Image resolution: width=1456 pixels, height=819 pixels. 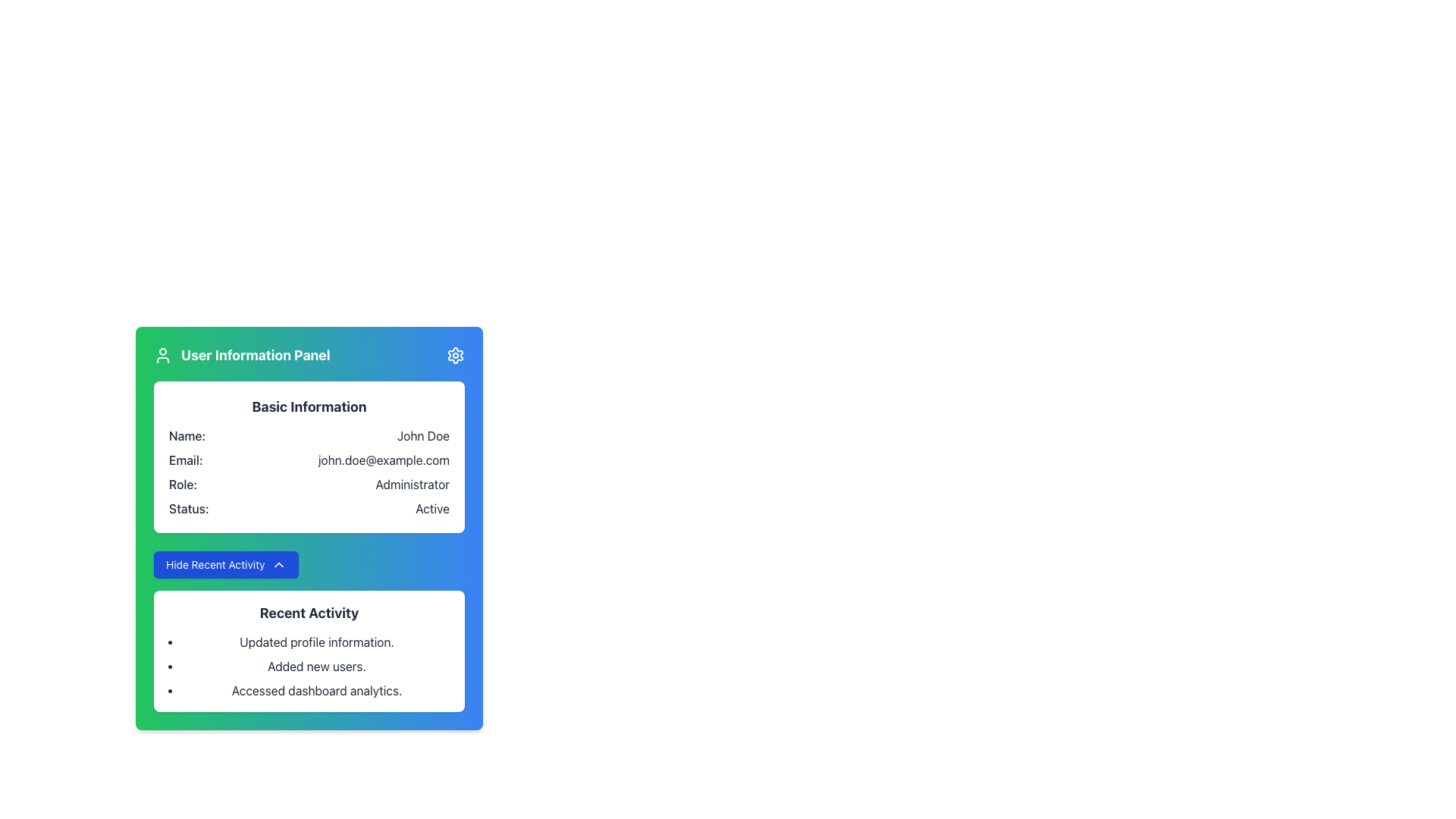 What do you see at coordinates (315, 690) in the screenshot?
I see `the text element that states 'Accessed dashboard analytics.' which is the third item in the bulleted list under the 'Recent Activity' section` at bounding box center [315, 690].